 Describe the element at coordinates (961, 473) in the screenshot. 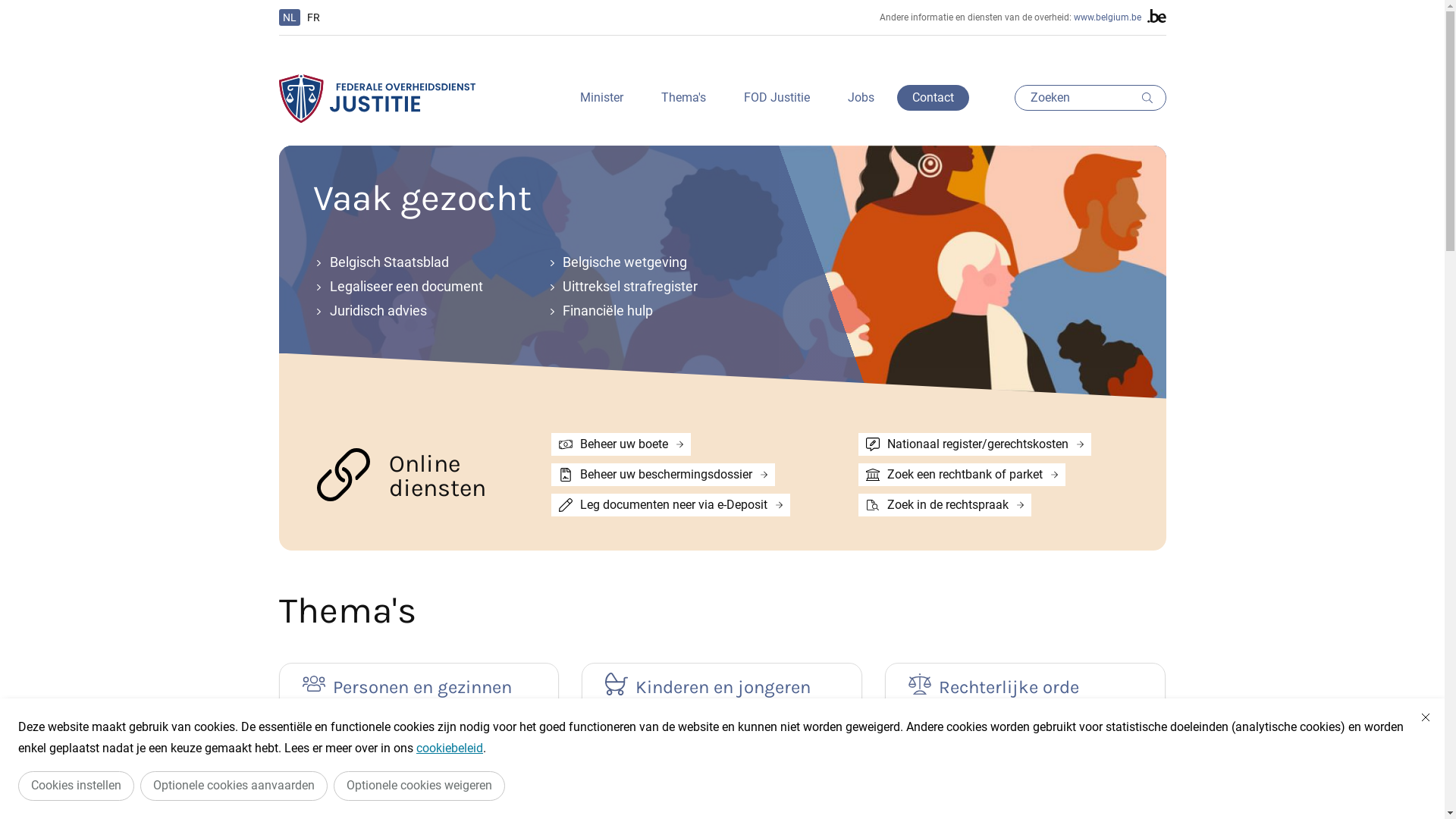

I see `'Zoek een rechtbank of parket'` at that location.